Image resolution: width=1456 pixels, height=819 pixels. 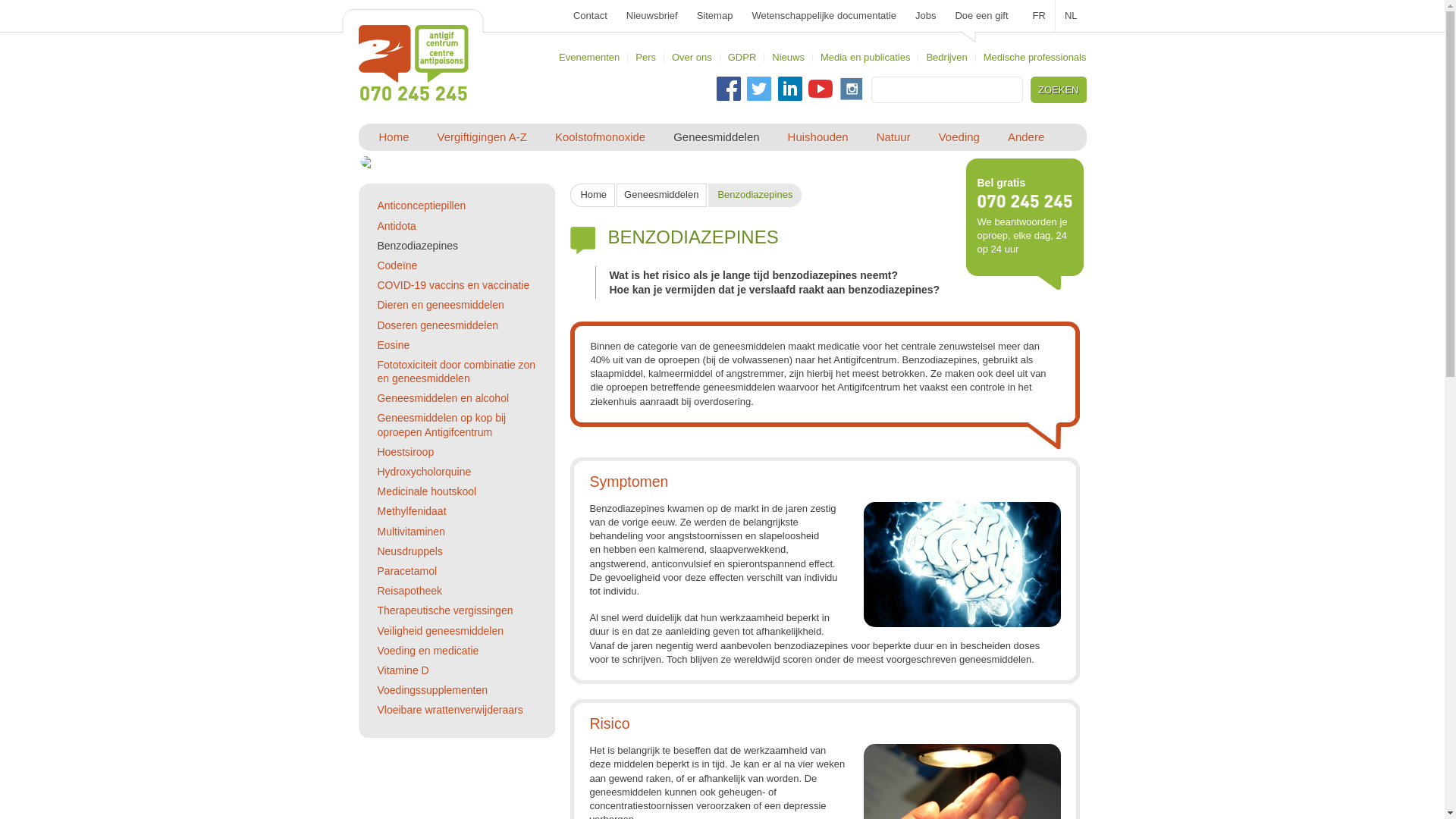 I want to click on 'Neusdruppels', so click(x=409, y=551).